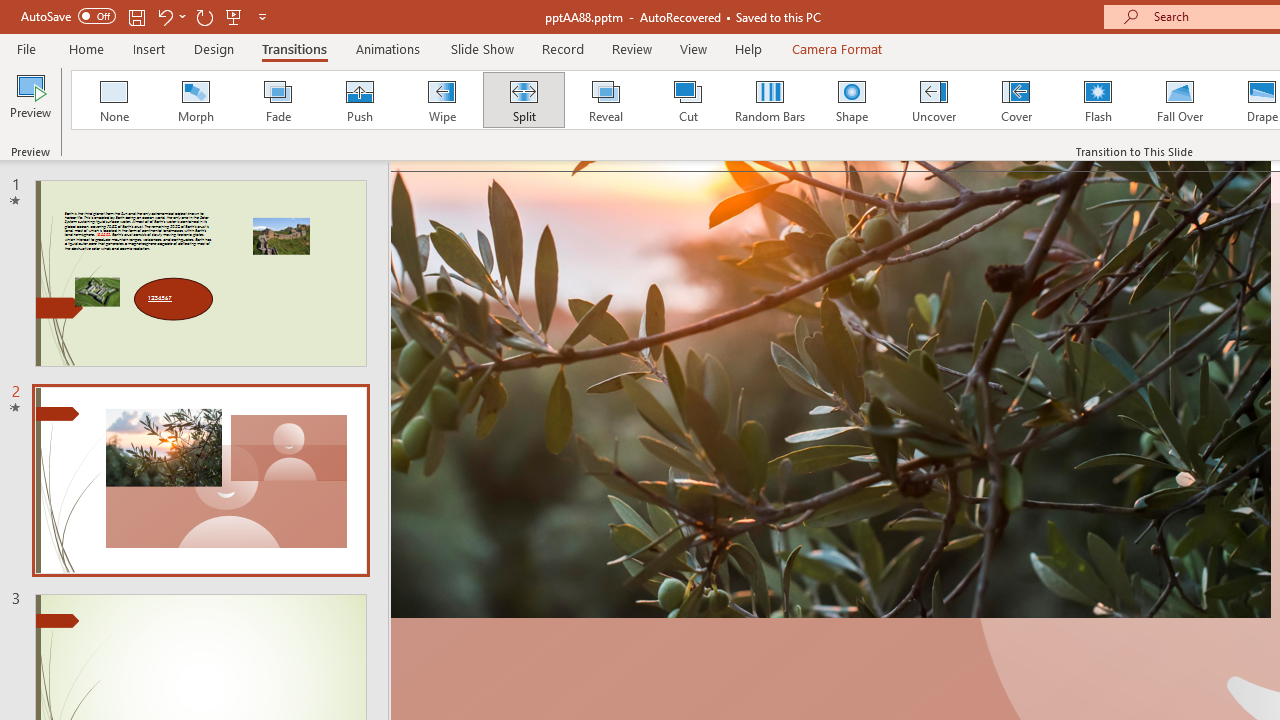 The width and height of the screenshot is (1280, 720). I want to click on 'Wipe', so click(440, 100).